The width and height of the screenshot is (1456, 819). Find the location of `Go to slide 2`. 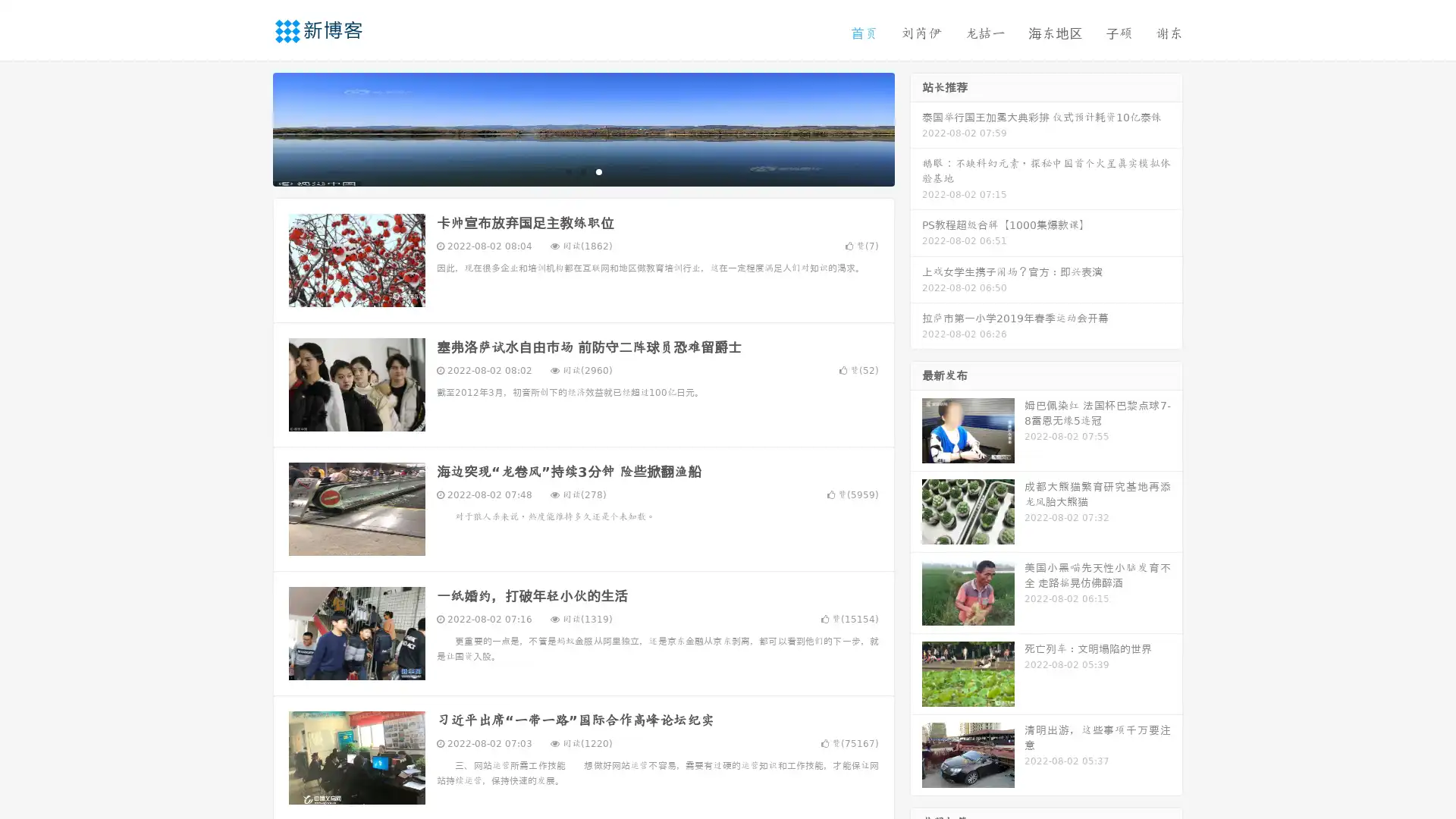

Go to slide 2 is located at coordinates (582, 171).